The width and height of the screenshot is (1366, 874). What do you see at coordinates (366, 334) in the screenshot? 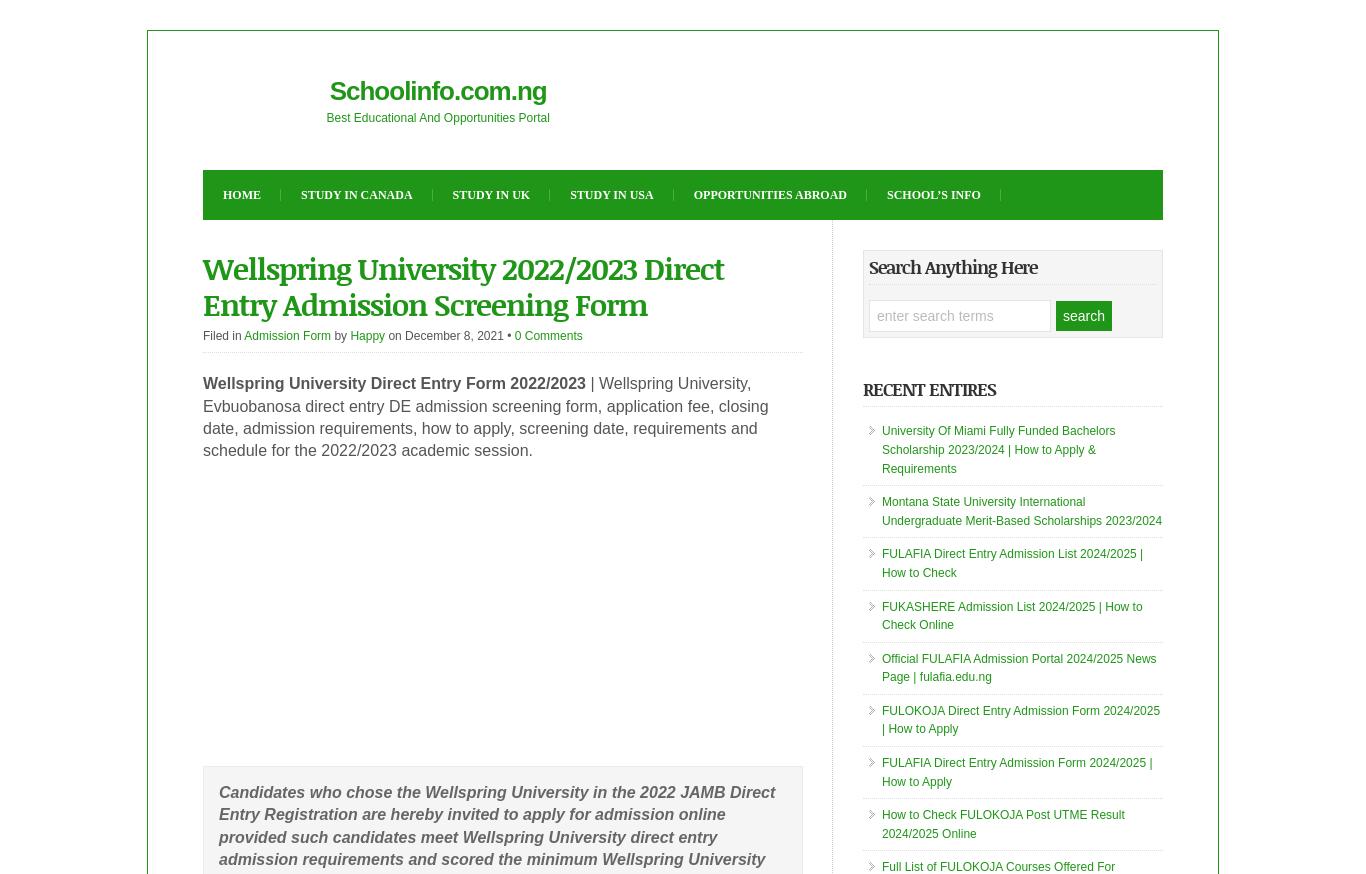
I see `'Happy'` at bounding box center [366, 334].